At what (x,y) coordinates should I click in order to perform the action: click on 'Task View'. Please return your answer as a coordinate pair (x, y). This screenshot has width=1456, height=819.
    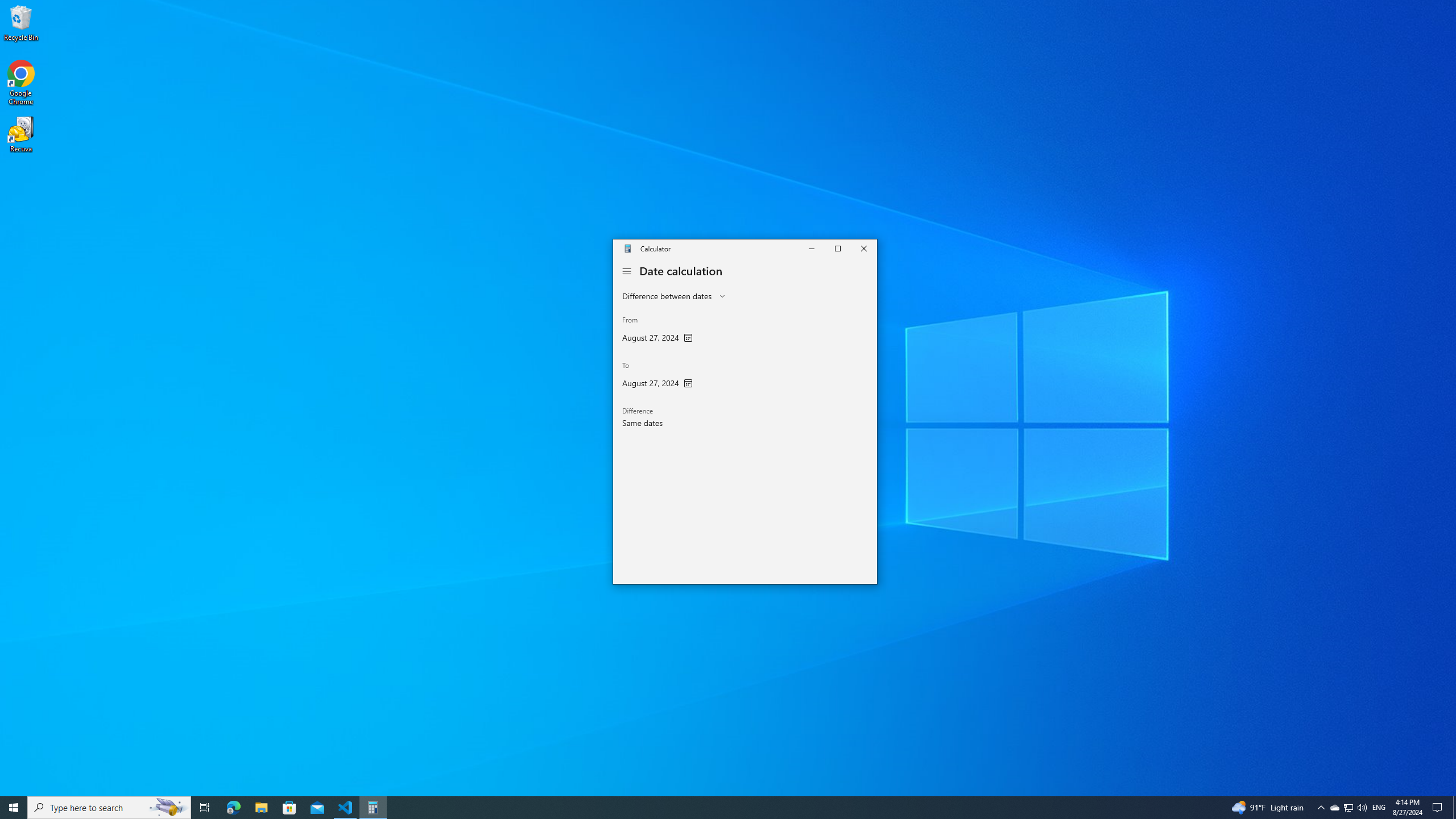
    Looking at the image, I should click on (204, 806).